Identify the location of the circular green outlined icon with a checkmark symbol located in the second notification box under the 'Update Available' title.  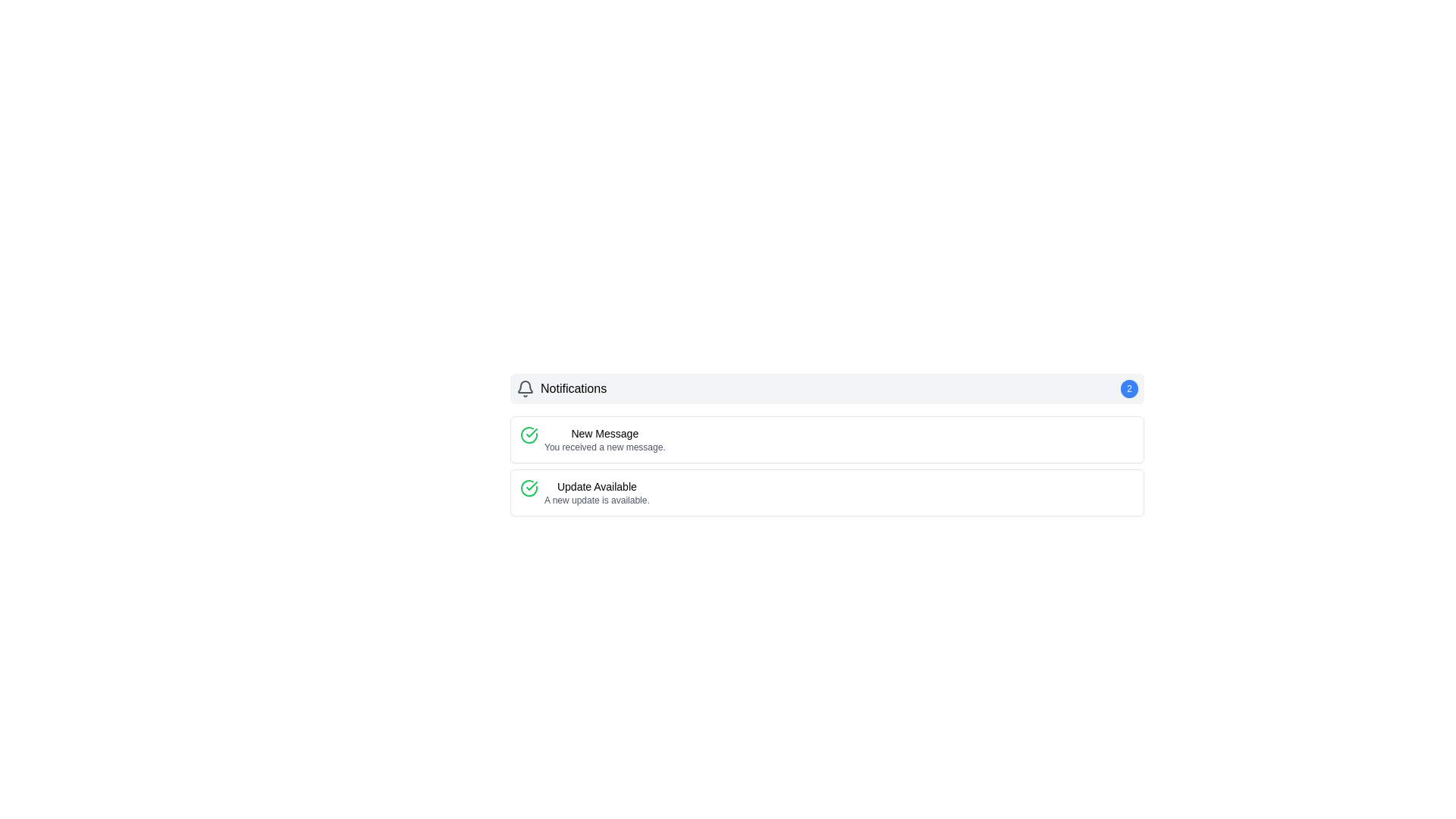
(529, 488).